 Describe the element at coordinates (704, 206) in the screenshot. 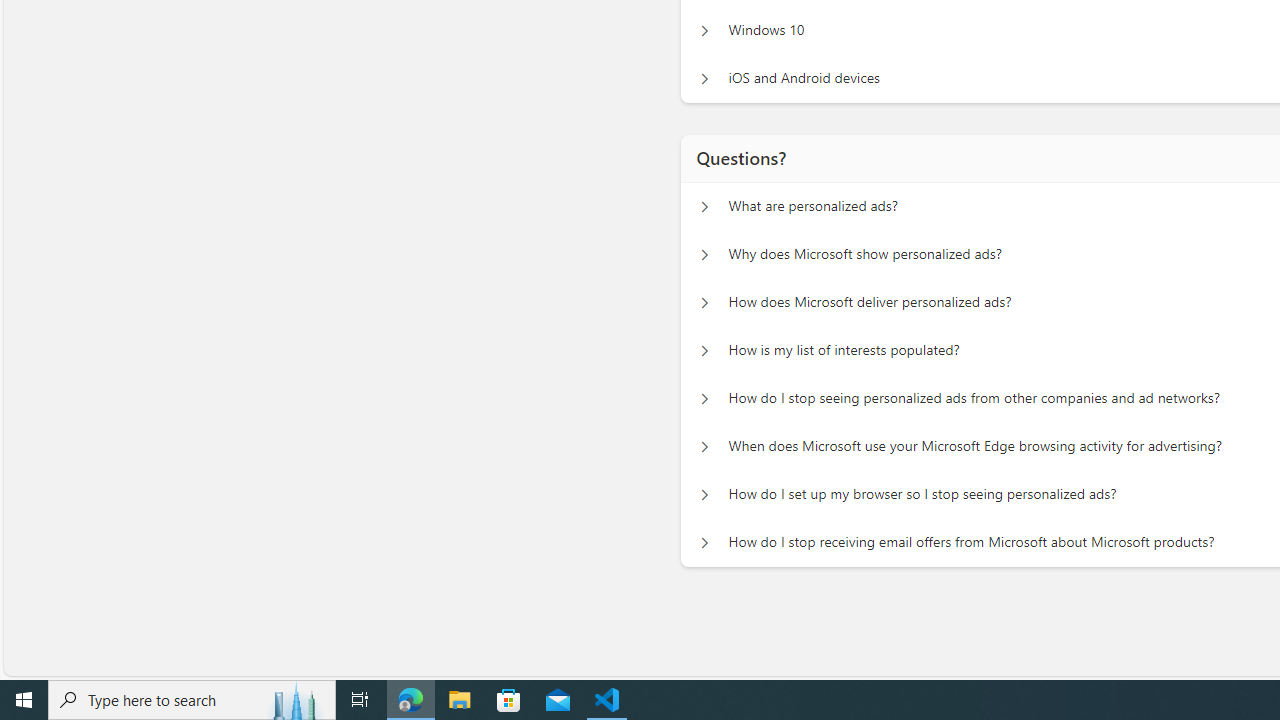

I see `'Questions? What are personalized ads?'` at that location.